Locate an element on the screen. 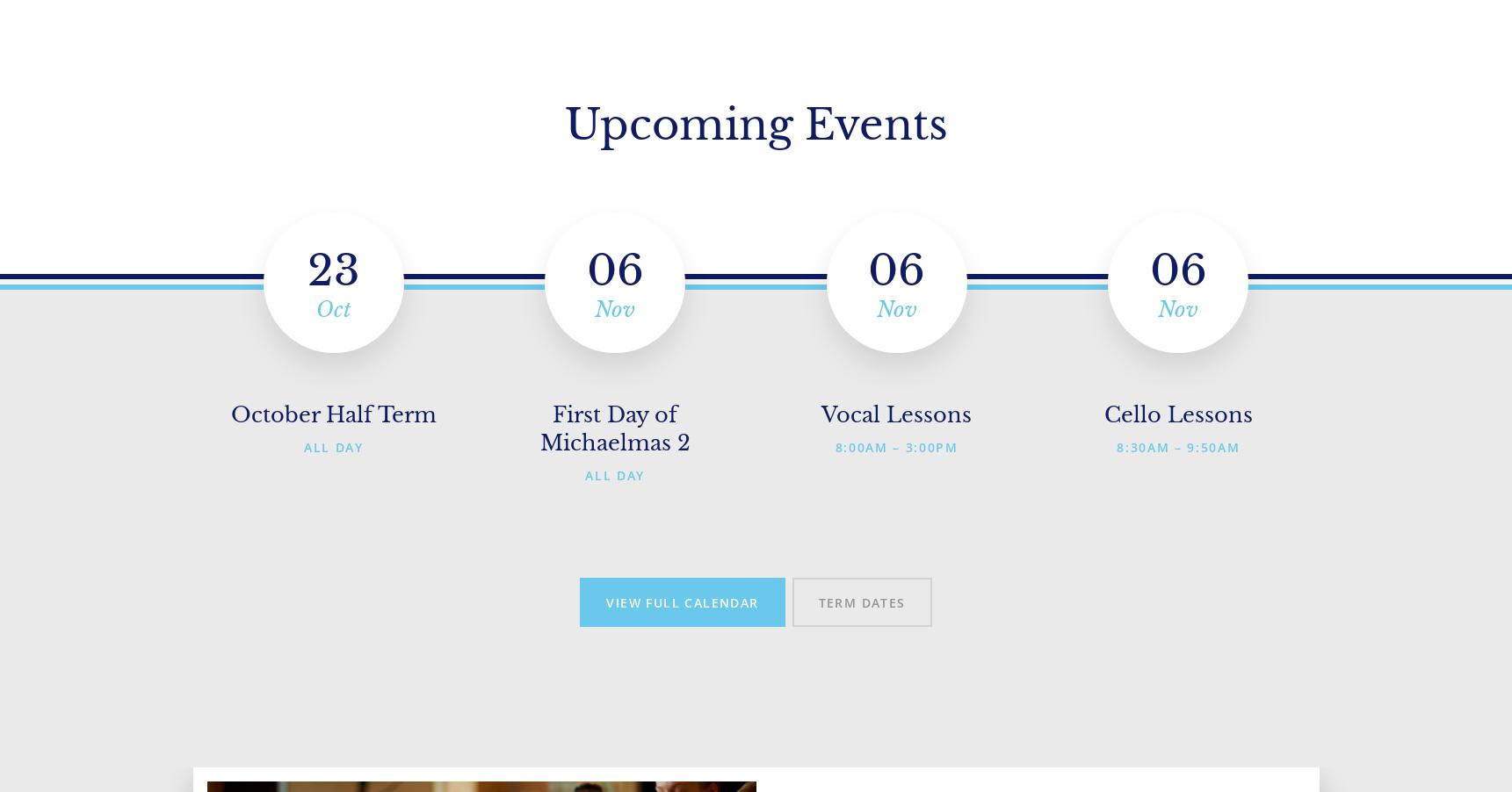 This screenshot has height=792, width=1512. 'Vocal Lessons' is located at coordinates (896, 414).